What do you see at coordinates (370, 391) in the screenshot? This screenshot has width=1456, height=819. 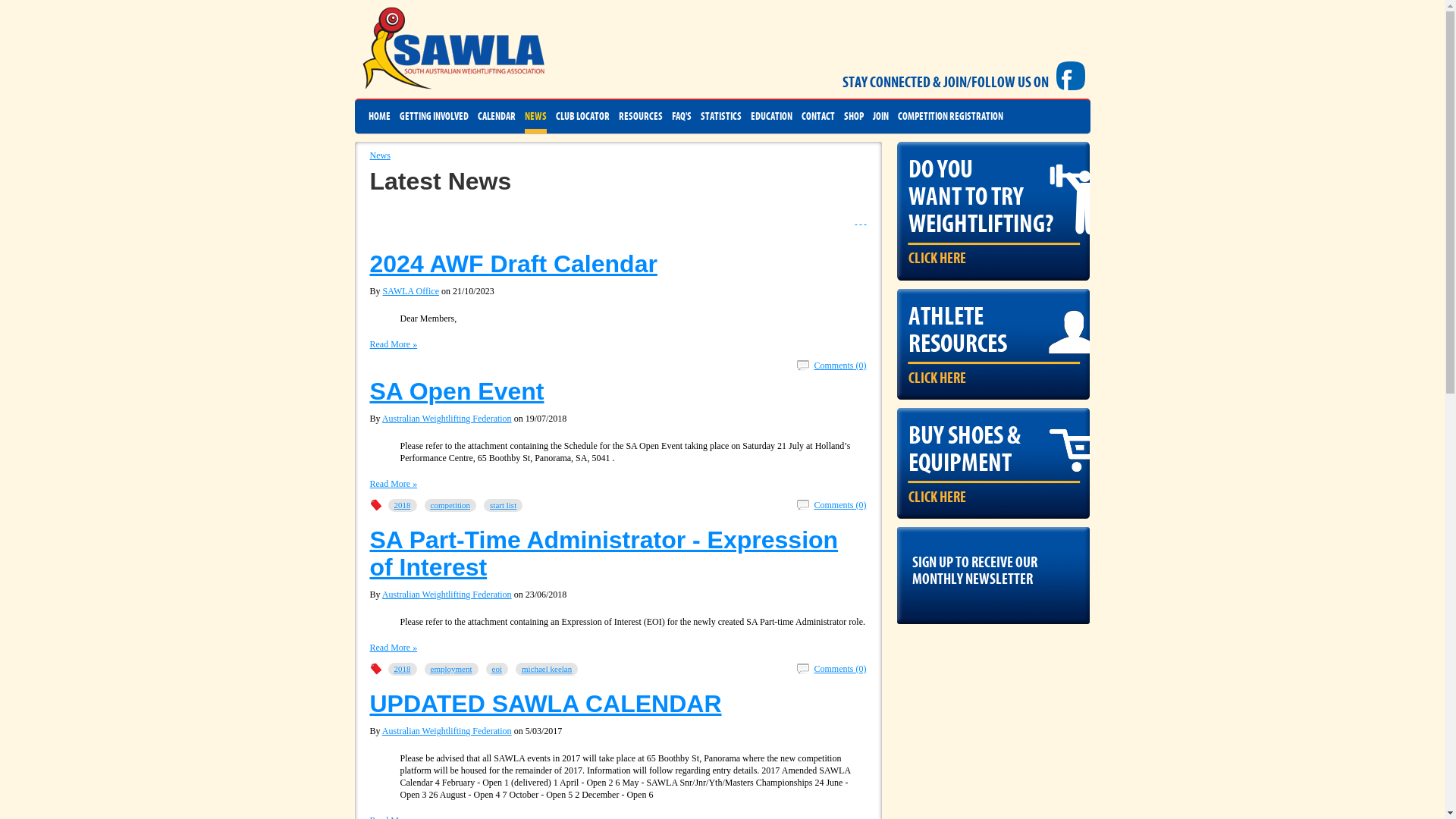 I see `'SA Open Event'` at bounding box center [370, 391].